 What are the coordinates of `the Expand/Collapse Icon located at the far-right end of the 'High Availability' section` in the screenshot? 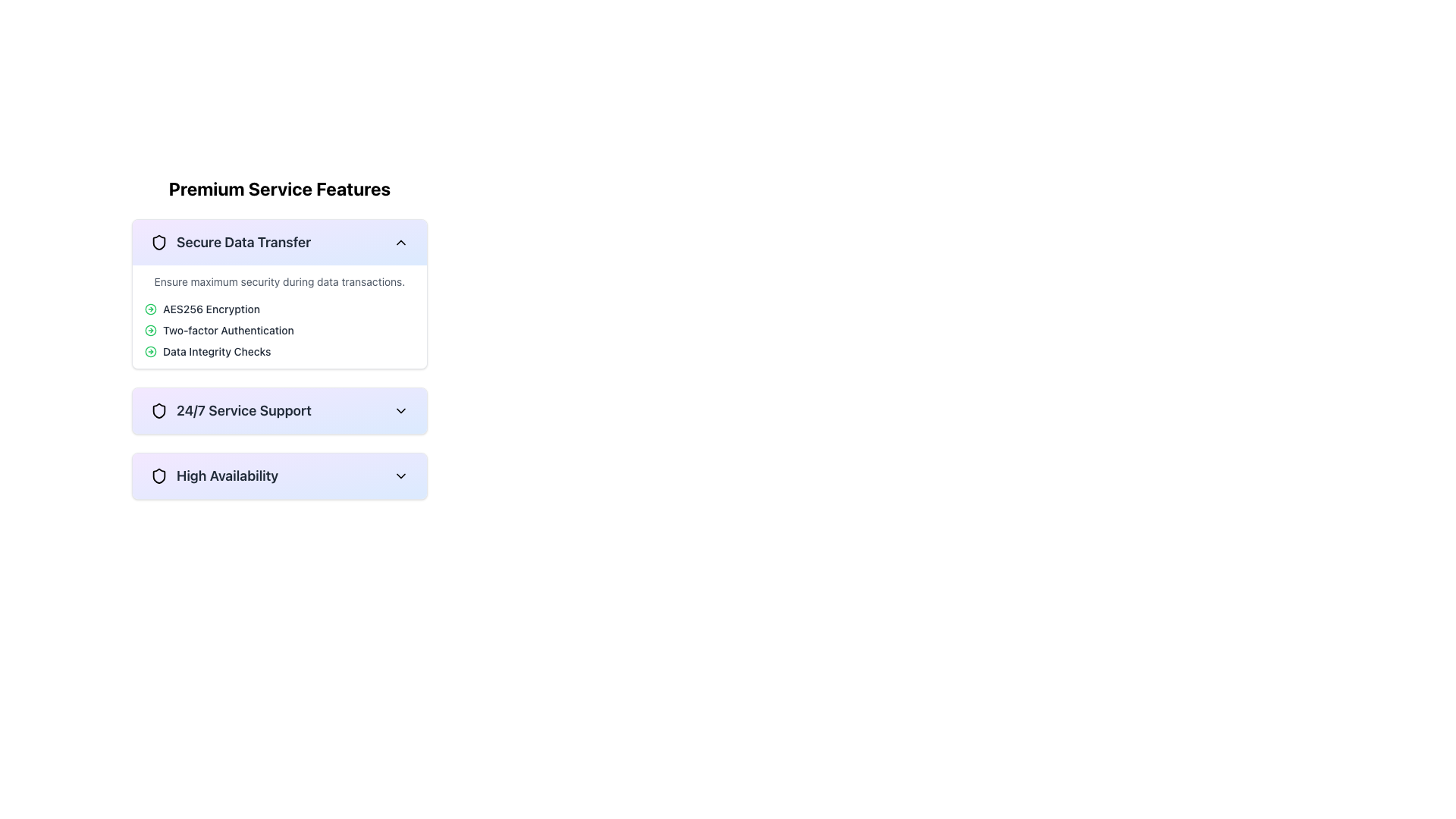 It's located at (400, 475).